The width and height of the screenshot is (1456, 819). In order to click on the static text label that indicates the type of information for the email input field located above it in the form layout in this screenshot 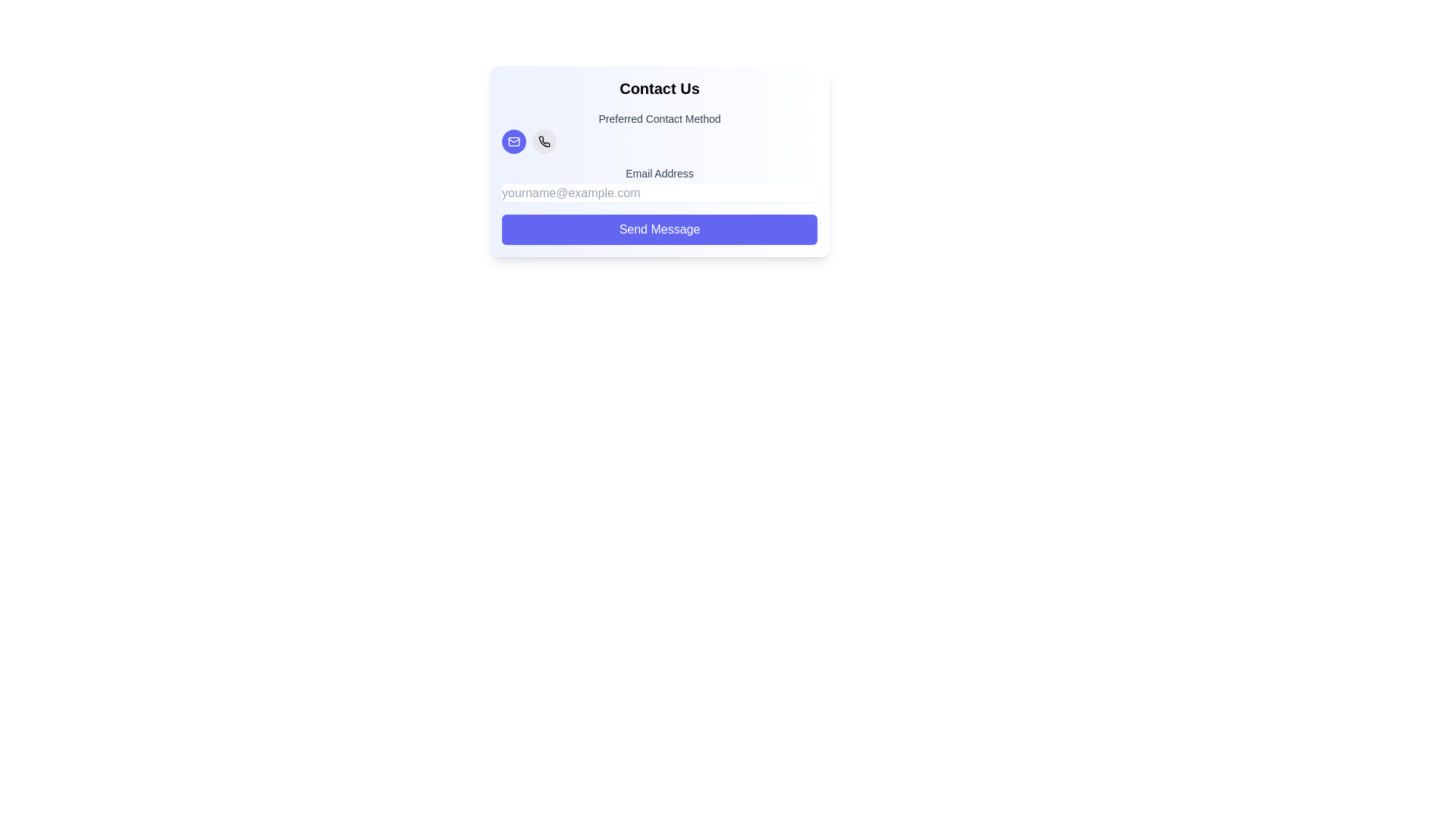, I will do `click(659, 172)`.